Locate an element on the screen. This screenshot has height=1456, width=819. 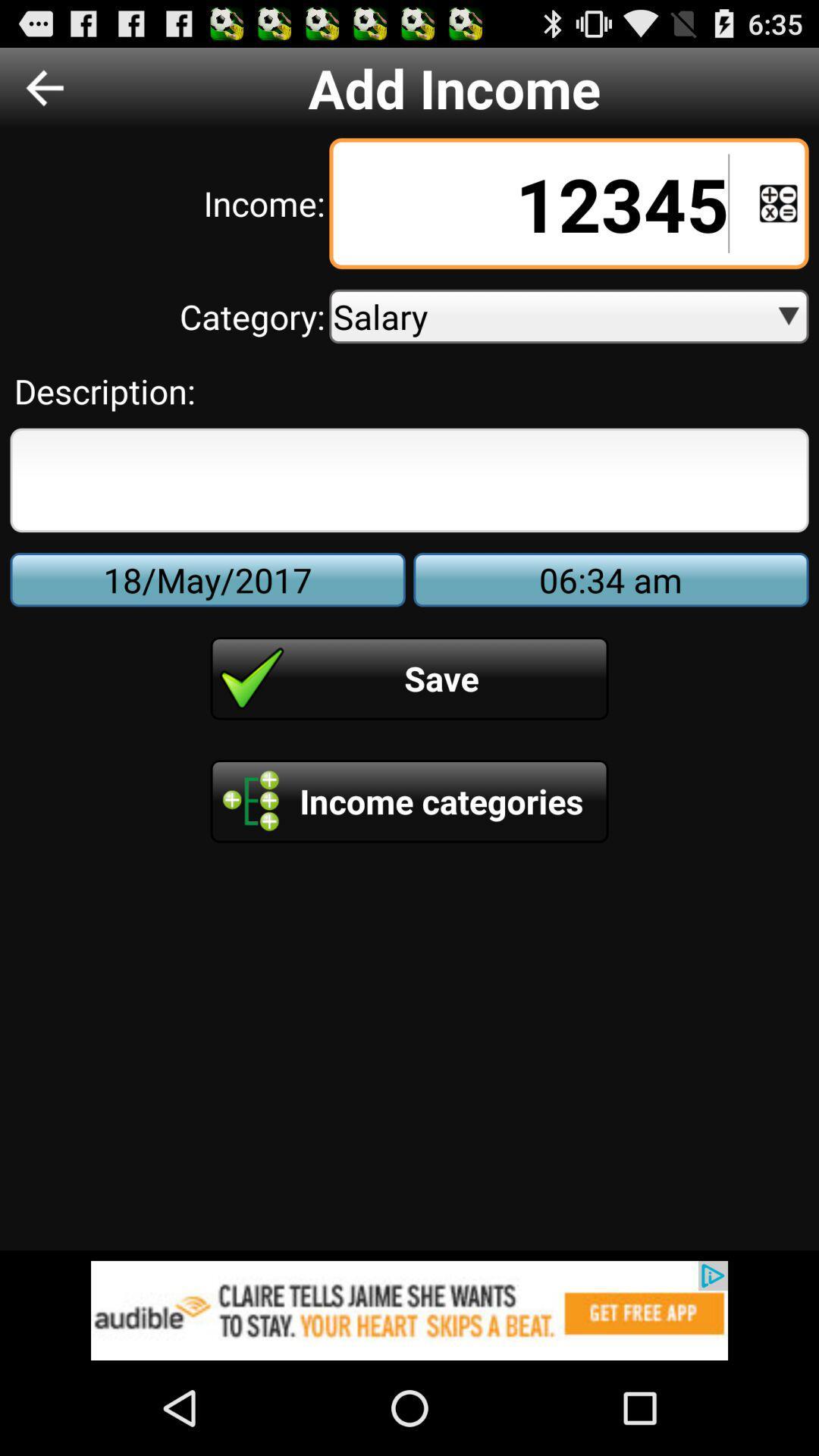
the arrow_backward icon is located at coordinates (44, 93).